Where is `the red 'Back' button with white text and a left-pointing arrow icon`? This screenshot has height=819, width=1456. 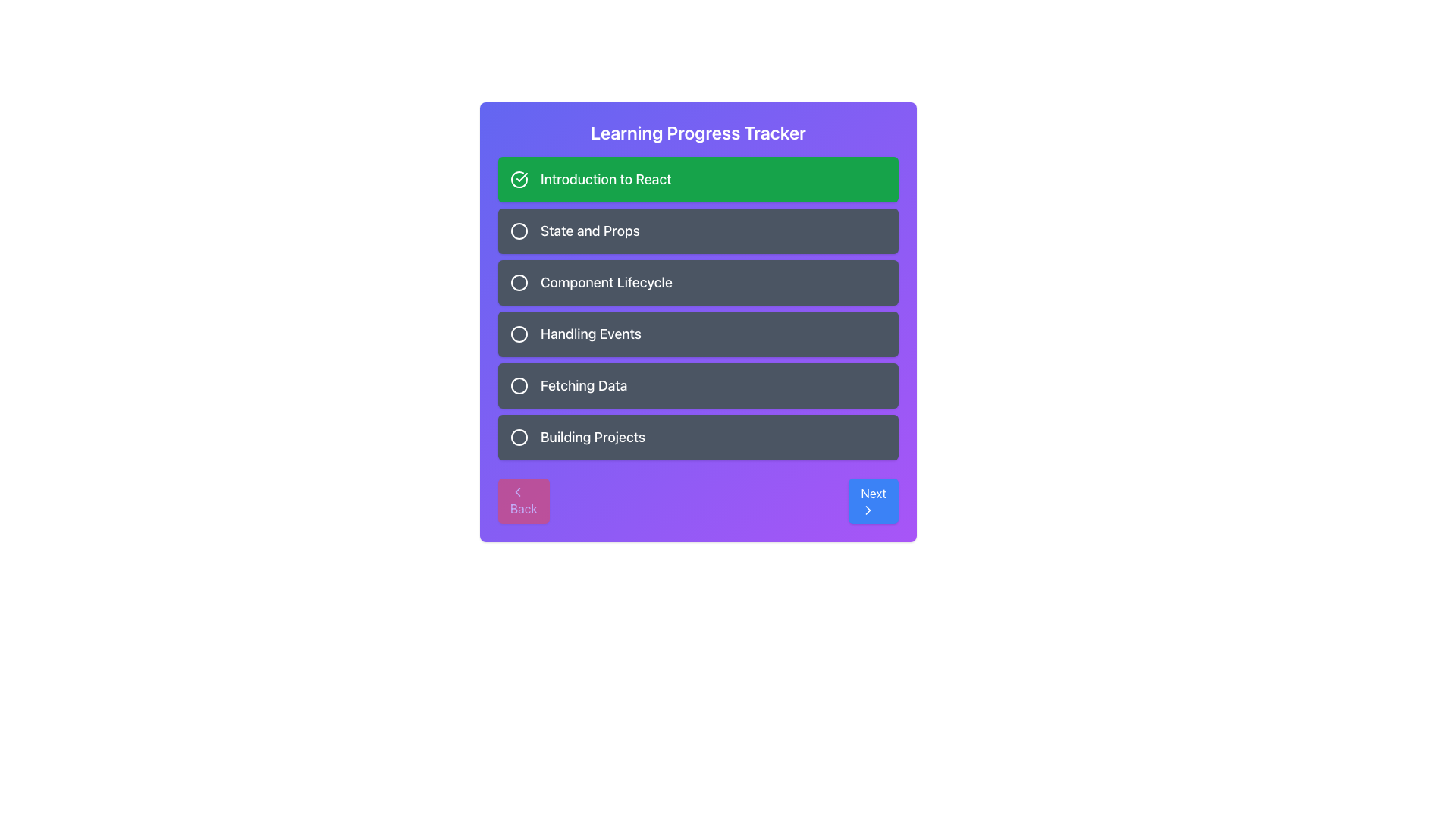
the red 'Back' button with white text and a left-pointing arrow icon is located at coordinates (523, 500).